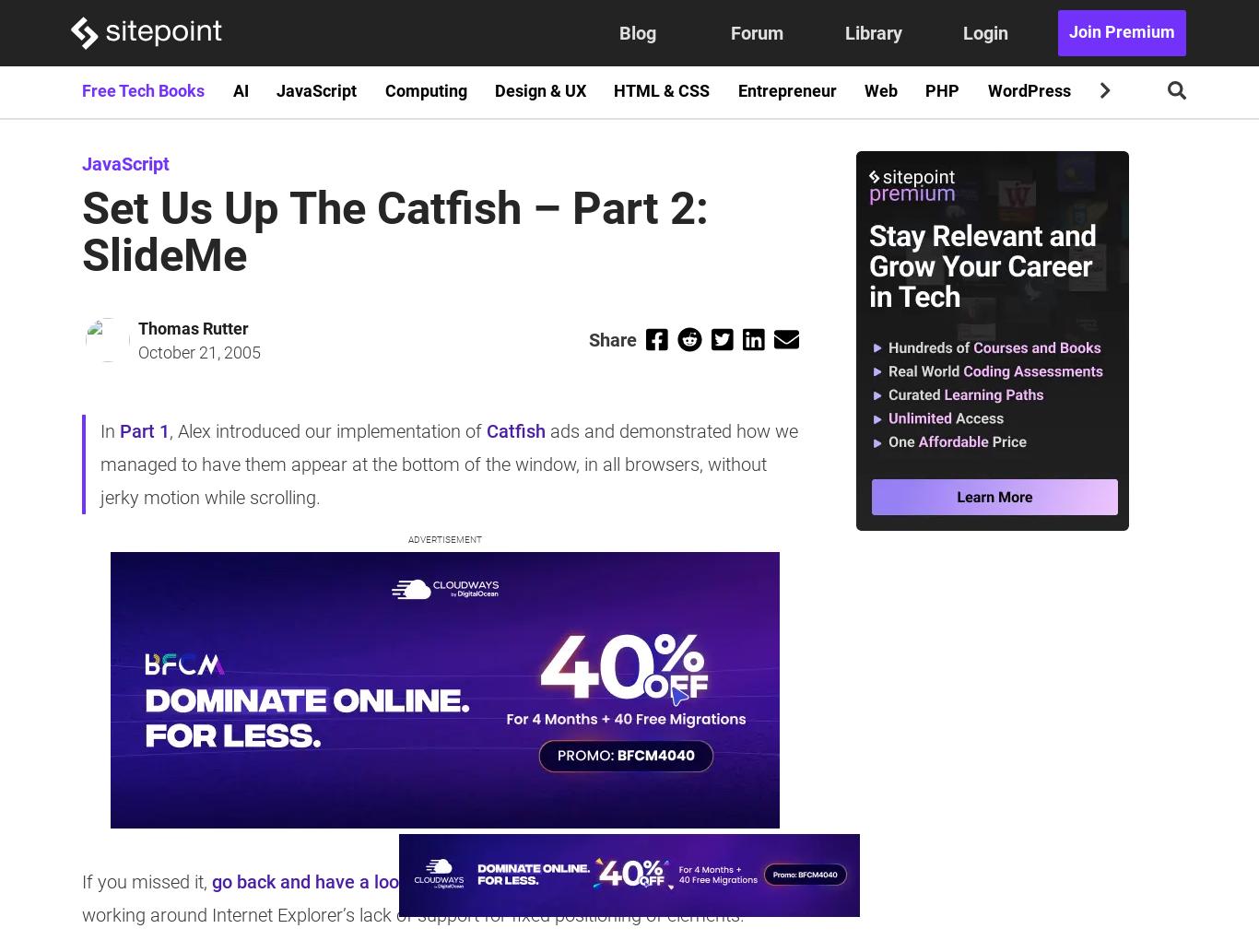 The width and height of the screenshot is (1259, 952). Describe the element at coordinates (136, 327) in the screenshot. I see `'Thomas Rutter'` at that location.